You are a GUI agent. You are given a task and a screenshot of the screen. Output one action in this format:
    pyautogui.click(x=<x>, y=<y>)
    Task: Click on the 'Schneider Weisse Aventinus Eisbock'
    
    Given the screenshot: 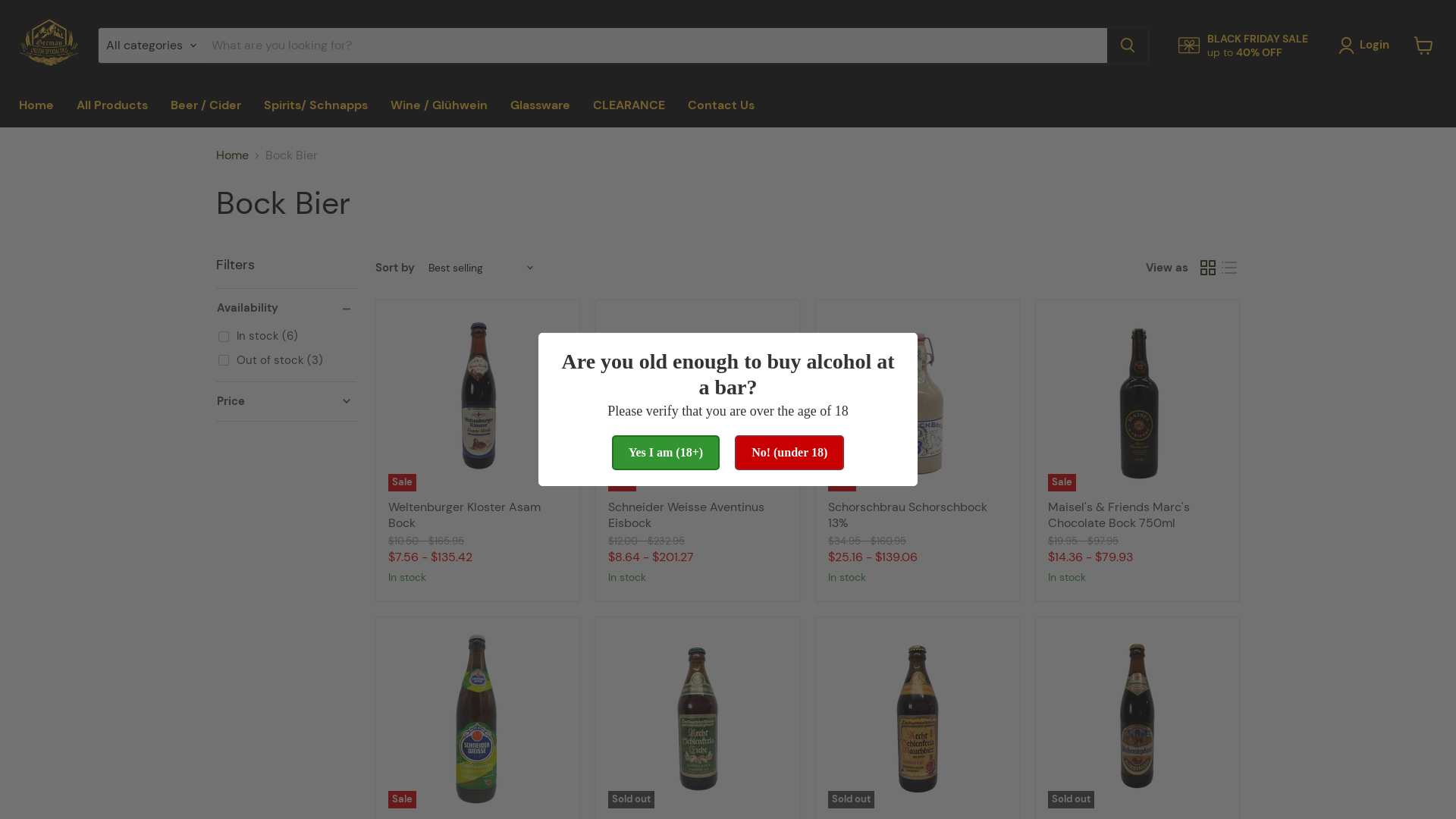 What is the action you would take?
    pyautogui.click(x=607, y=513)
    